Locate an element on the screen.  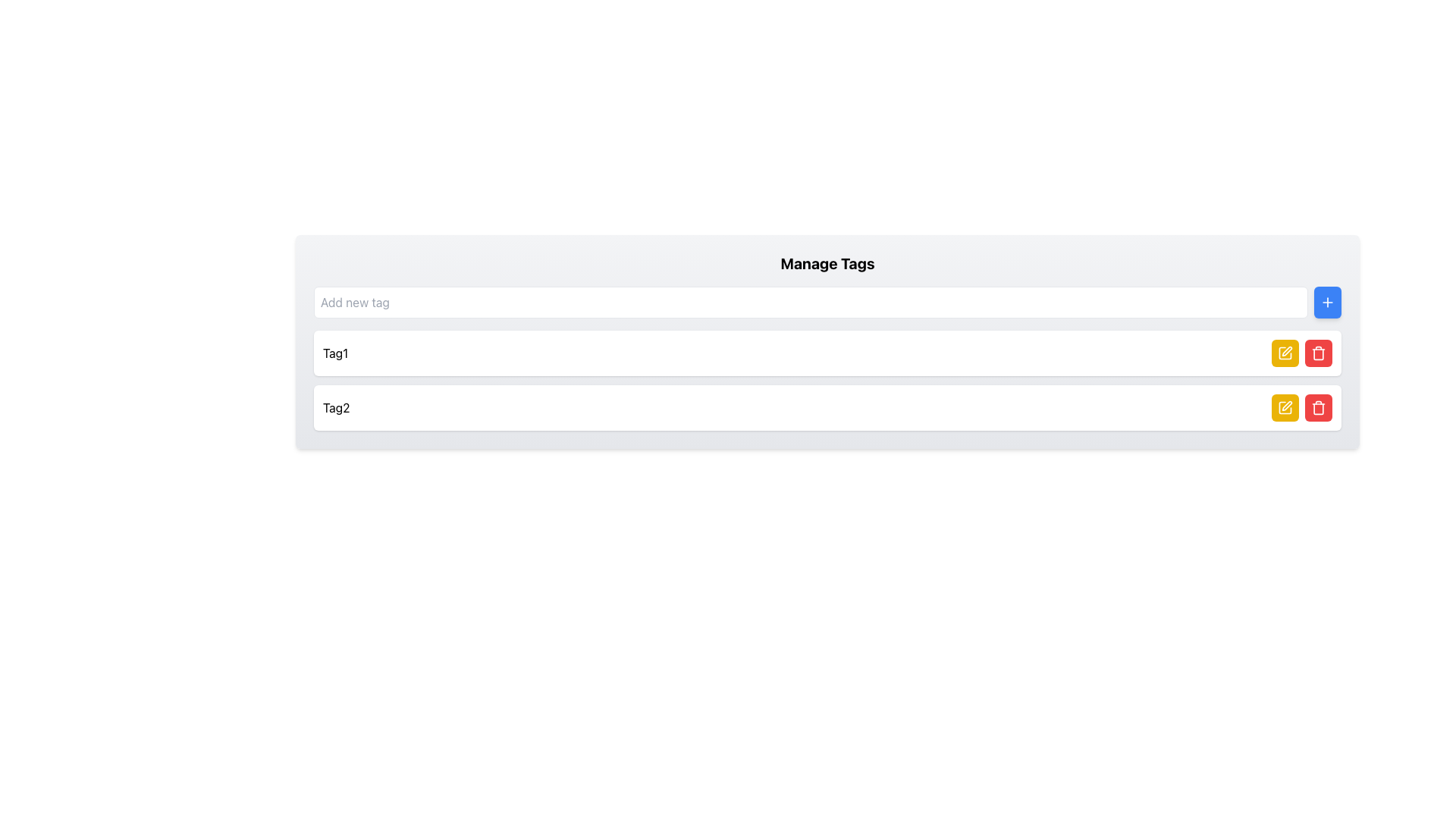
the yellow rectangular button with rounded corners and a white pen icon is located at coordinates (1284, 406).